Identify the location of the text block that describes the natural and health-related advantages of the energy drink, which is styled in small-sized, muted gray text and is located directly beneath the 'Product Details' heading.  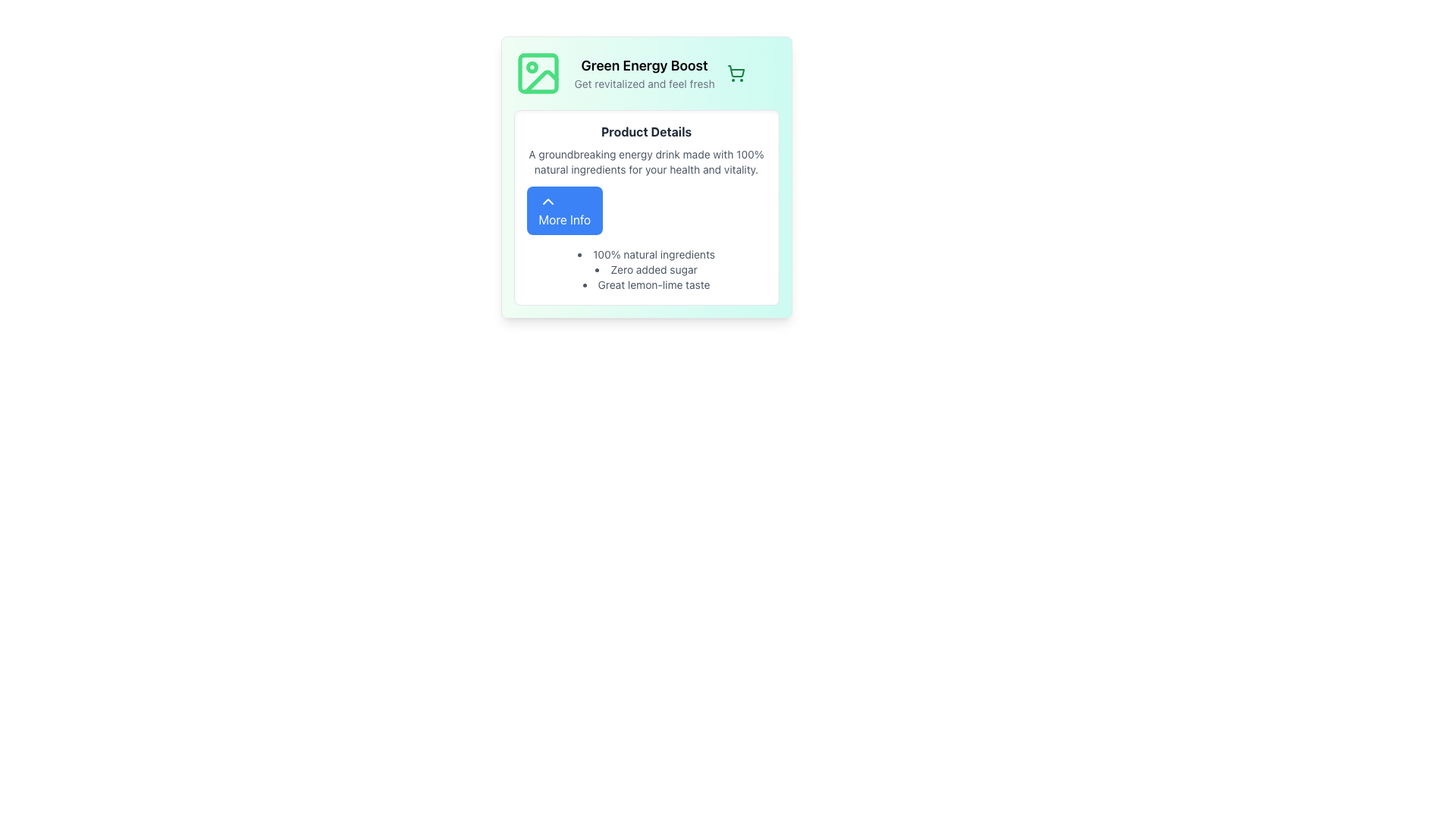
(646, 162).